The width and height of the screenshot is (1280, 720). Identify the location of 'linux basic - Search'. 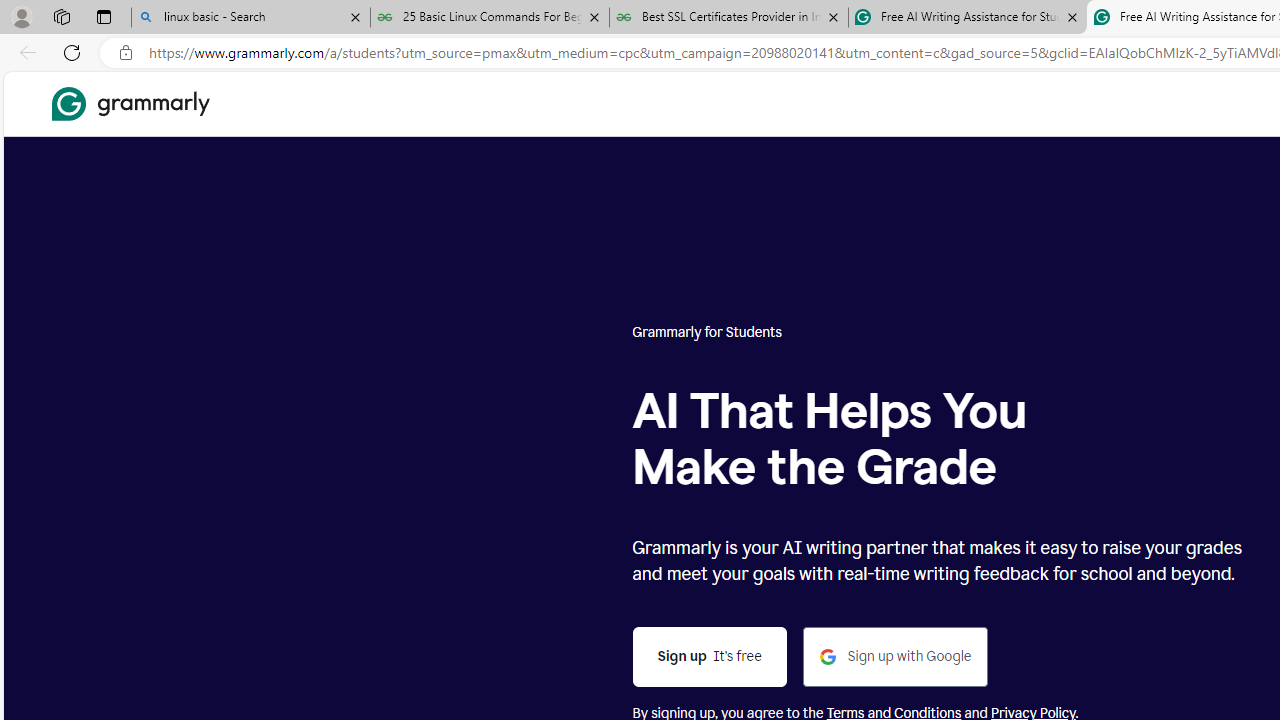
(249, 17).